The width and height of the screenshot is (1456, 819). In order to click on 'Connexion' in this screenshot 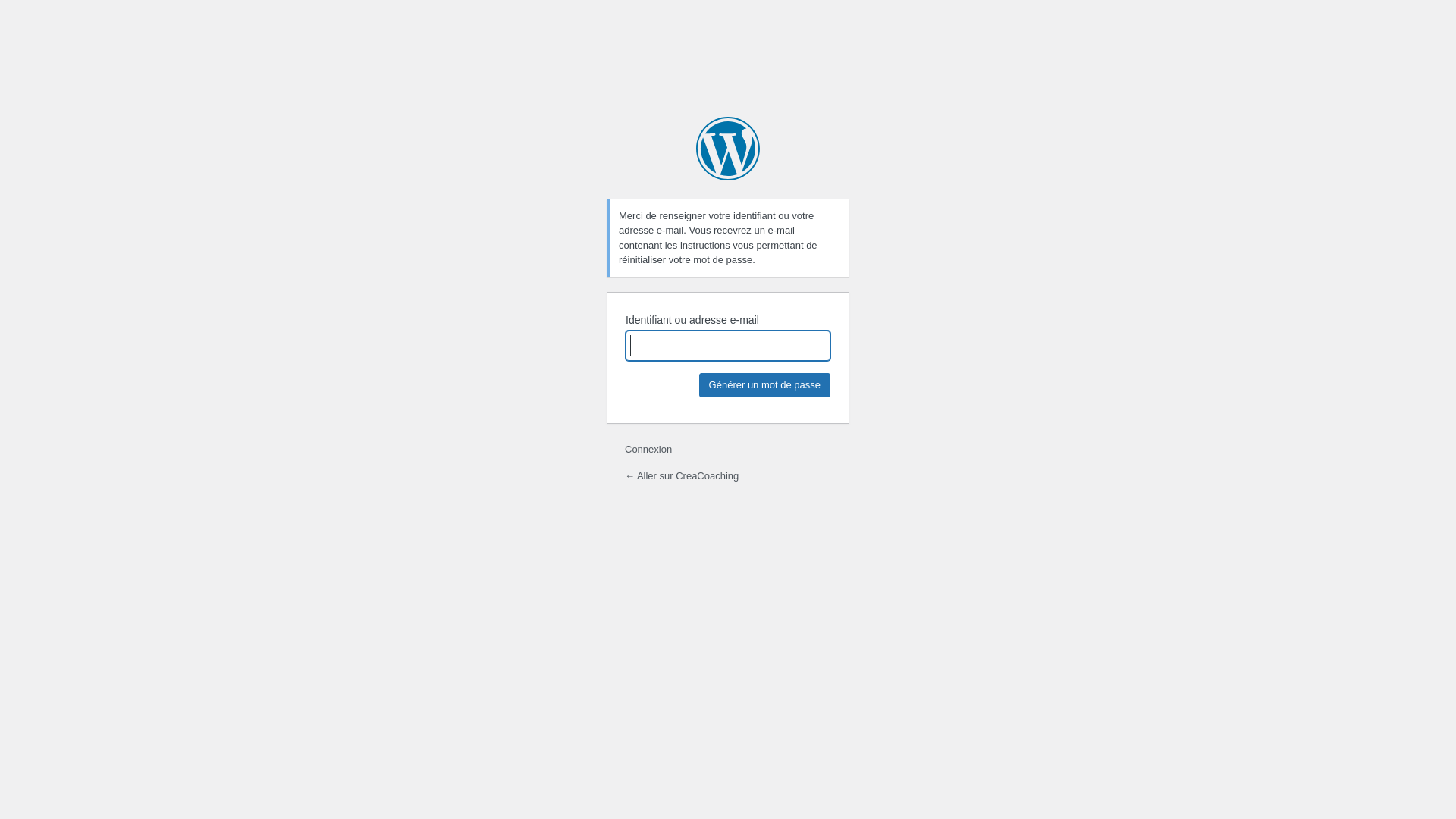, I will do `click(648, 448)`.